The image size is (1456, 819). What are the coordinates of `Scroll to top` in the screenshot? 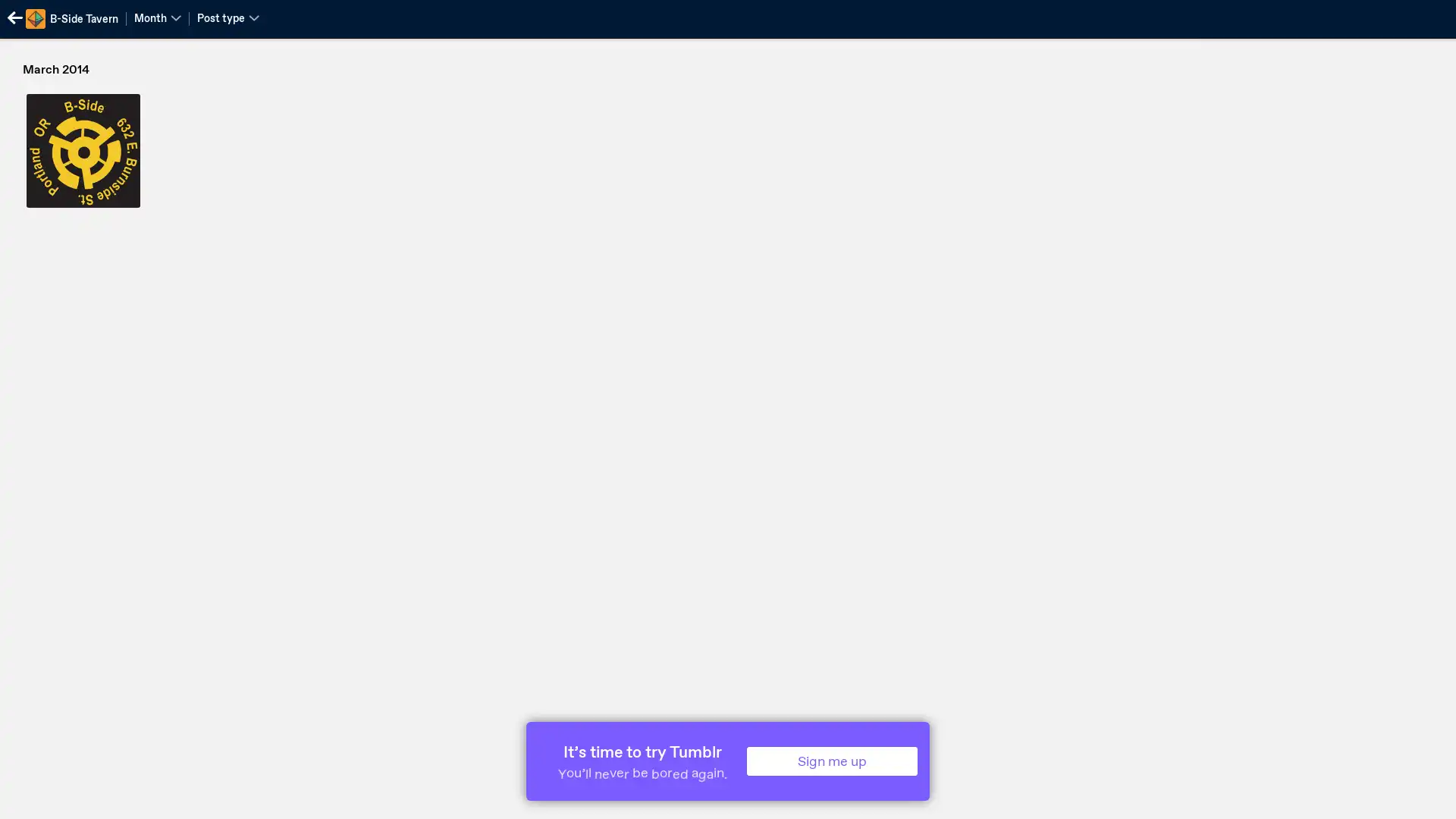 It's located at (1426, 802).